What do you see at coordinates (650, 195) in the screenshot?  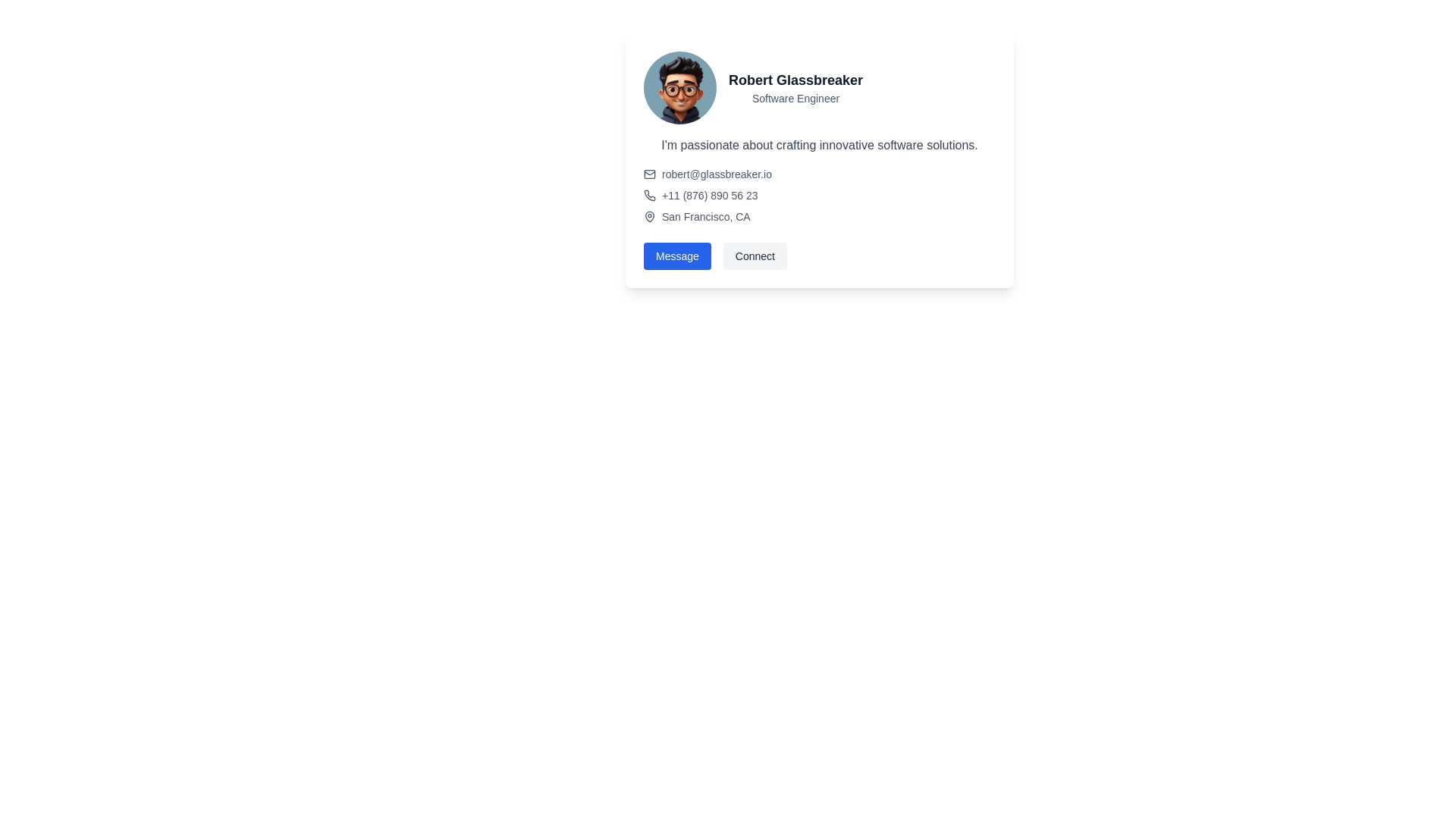 I see `the minimalistic phone icon with a black border, which is located next to the phone number '+11 (876) 890 56 23'` at bounding box center [650, 195].